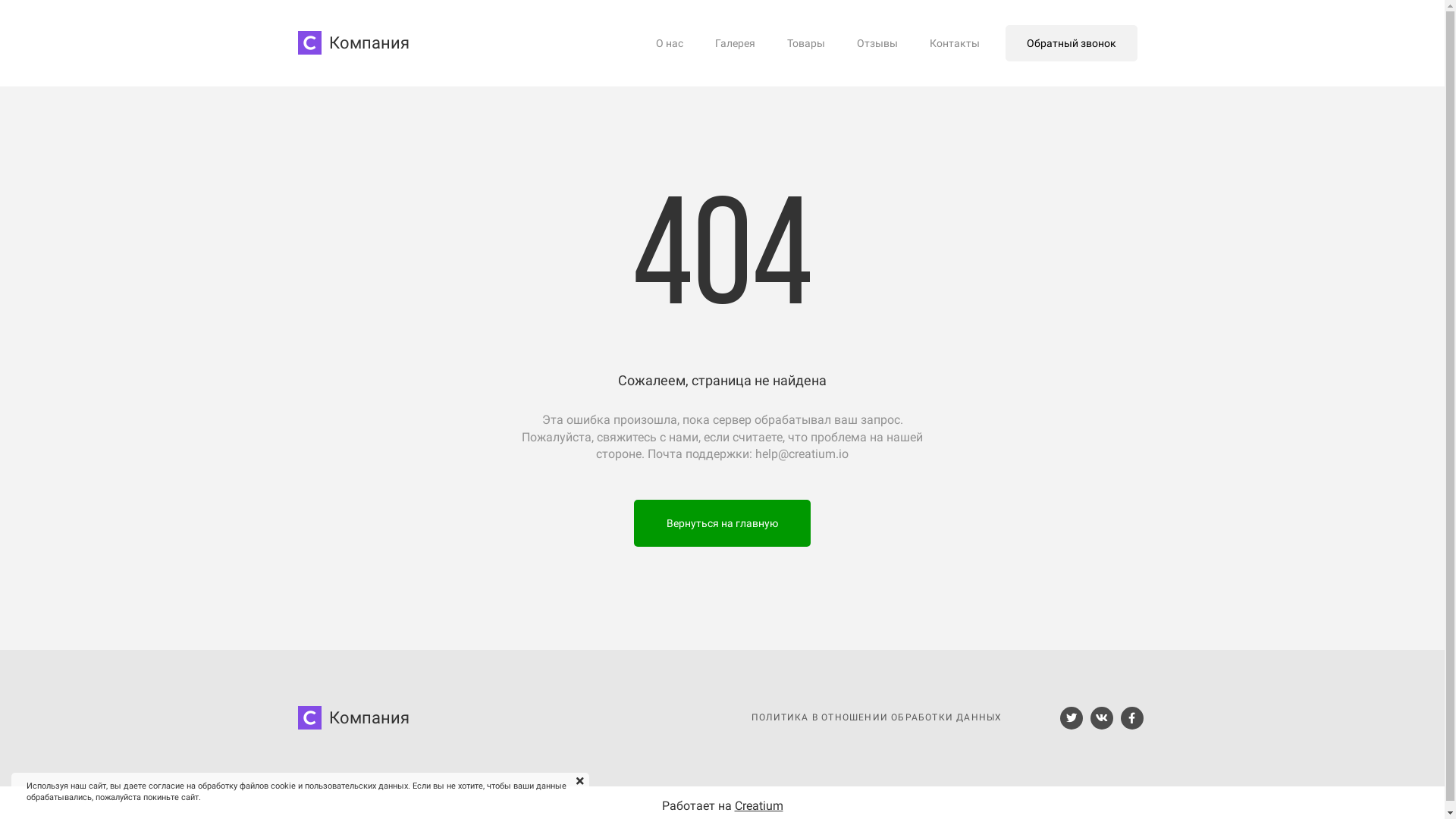  I want to click on 'Creatium', so click(758, 804).